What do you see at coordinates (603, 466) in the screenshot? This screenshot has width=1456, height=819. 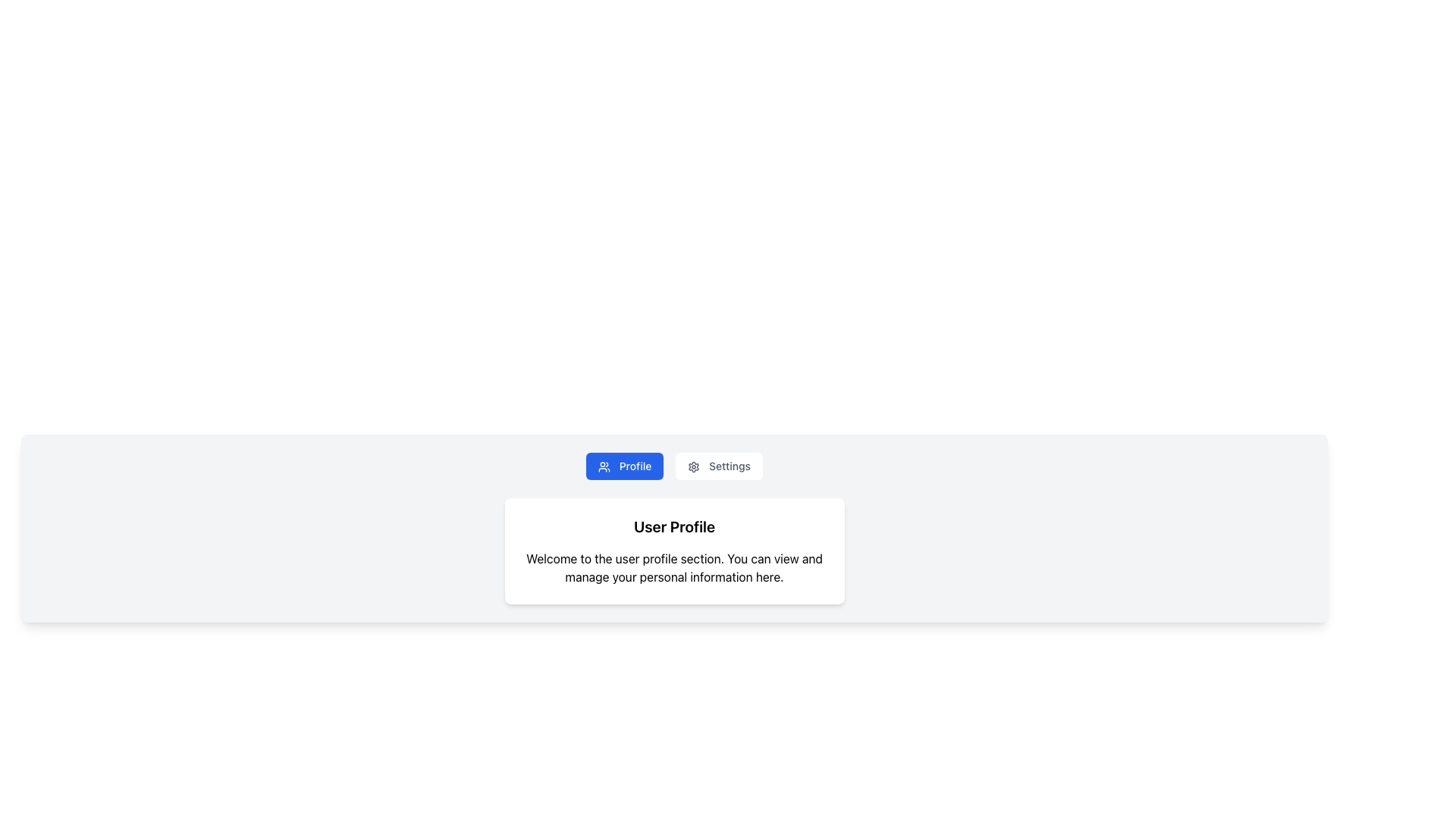 I see `the Profile icon located in the upper-left center of the interface, which symbolizes user profiles or groups` at bounding box center [603, 466].